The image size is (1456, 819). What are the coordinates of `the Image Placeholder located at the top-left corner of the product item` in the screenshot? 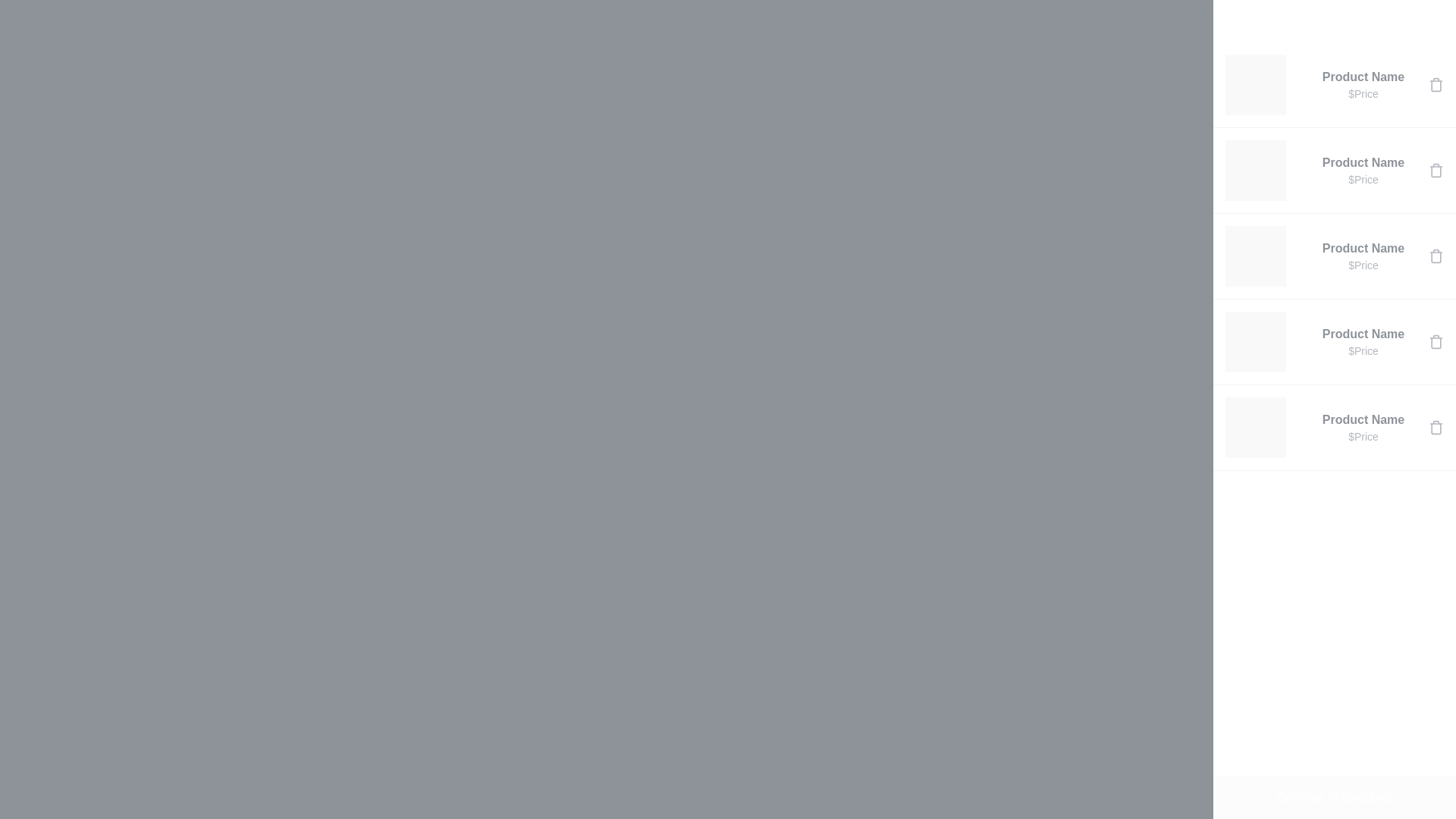 It's located at (1256, 84).